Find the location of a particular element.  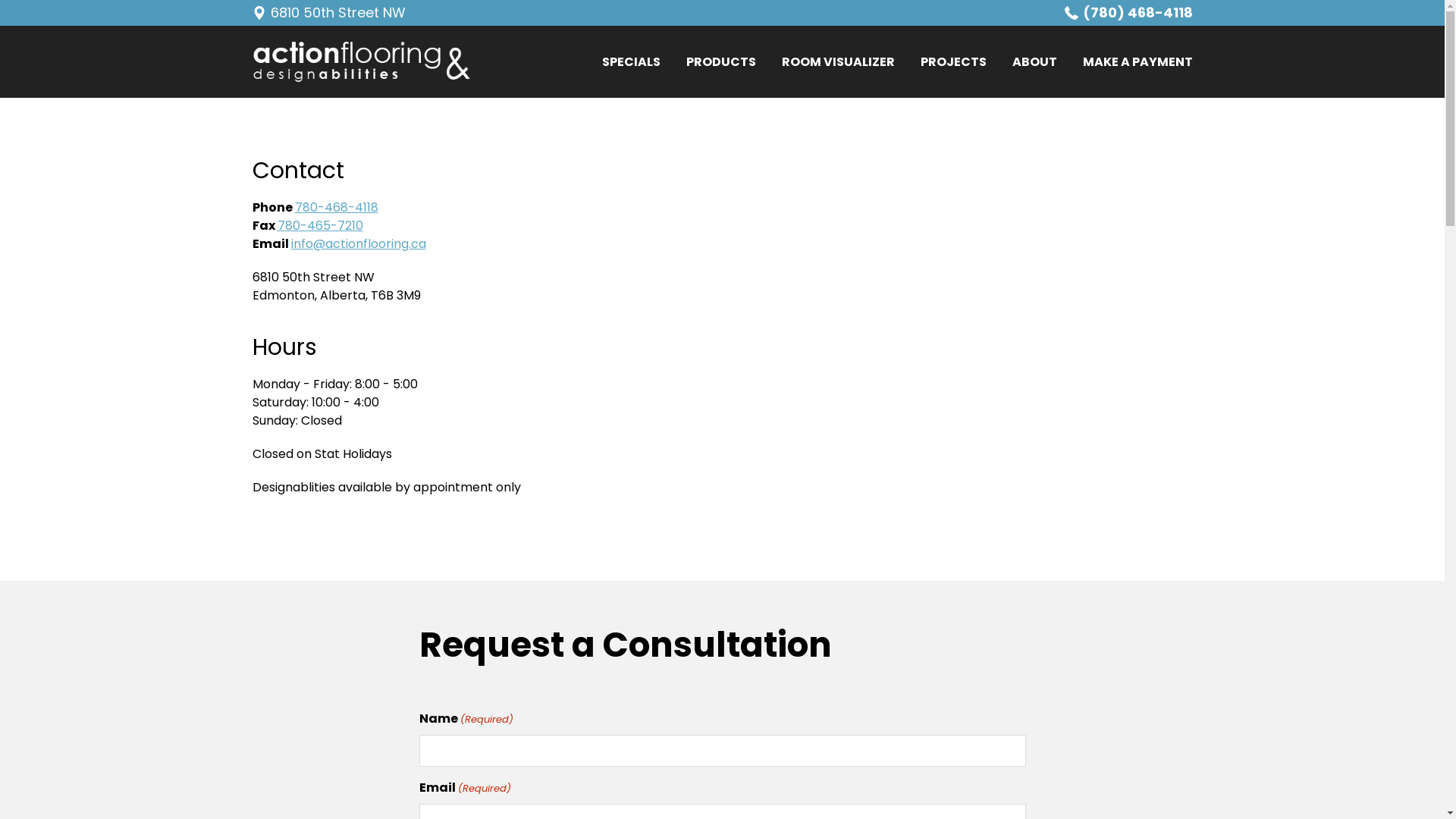

'ROOM VISUALIZER' is located at coordinates (836, 61).